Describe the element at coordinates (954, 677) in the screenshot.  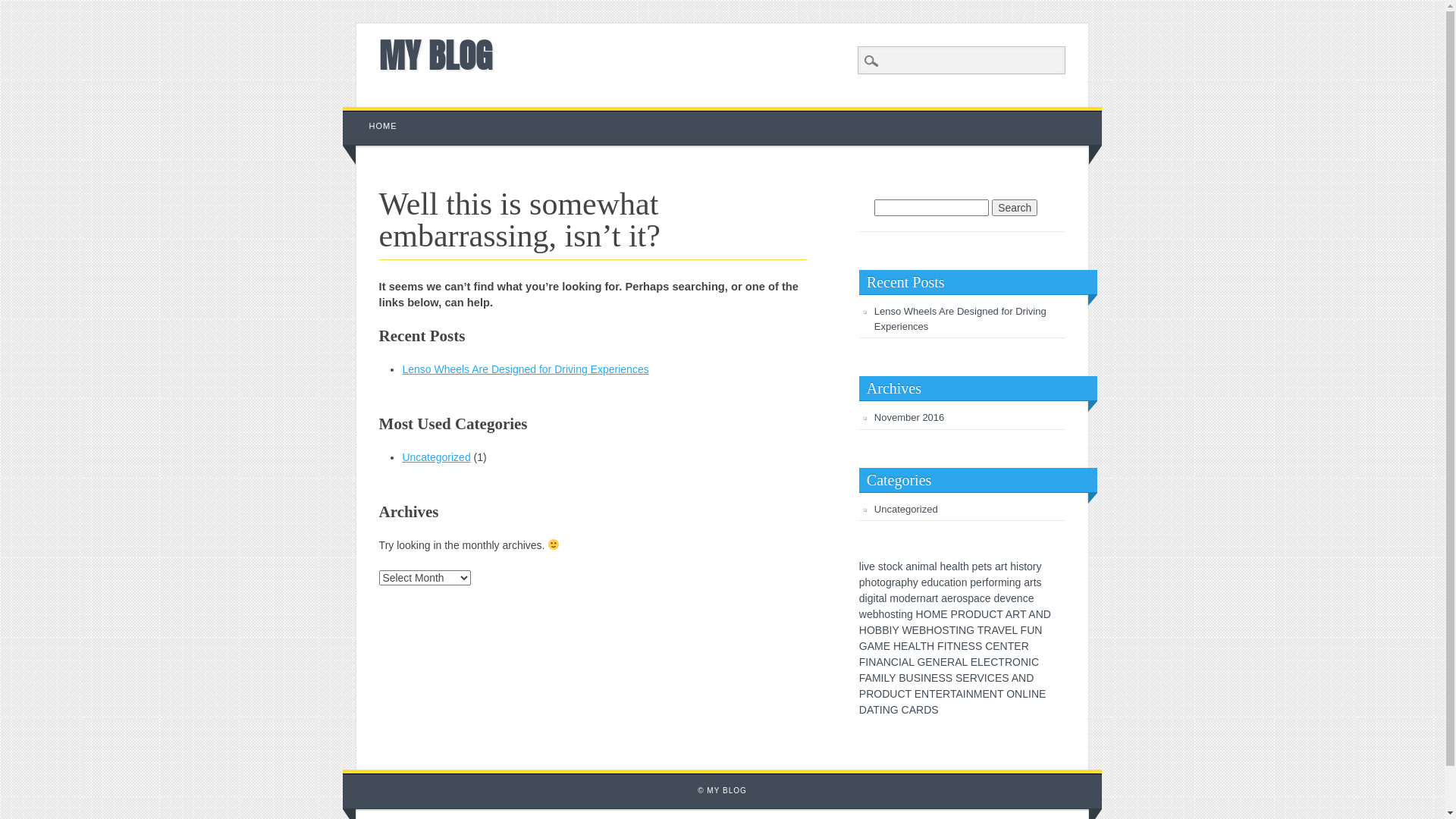
I see `'S'` at that location.